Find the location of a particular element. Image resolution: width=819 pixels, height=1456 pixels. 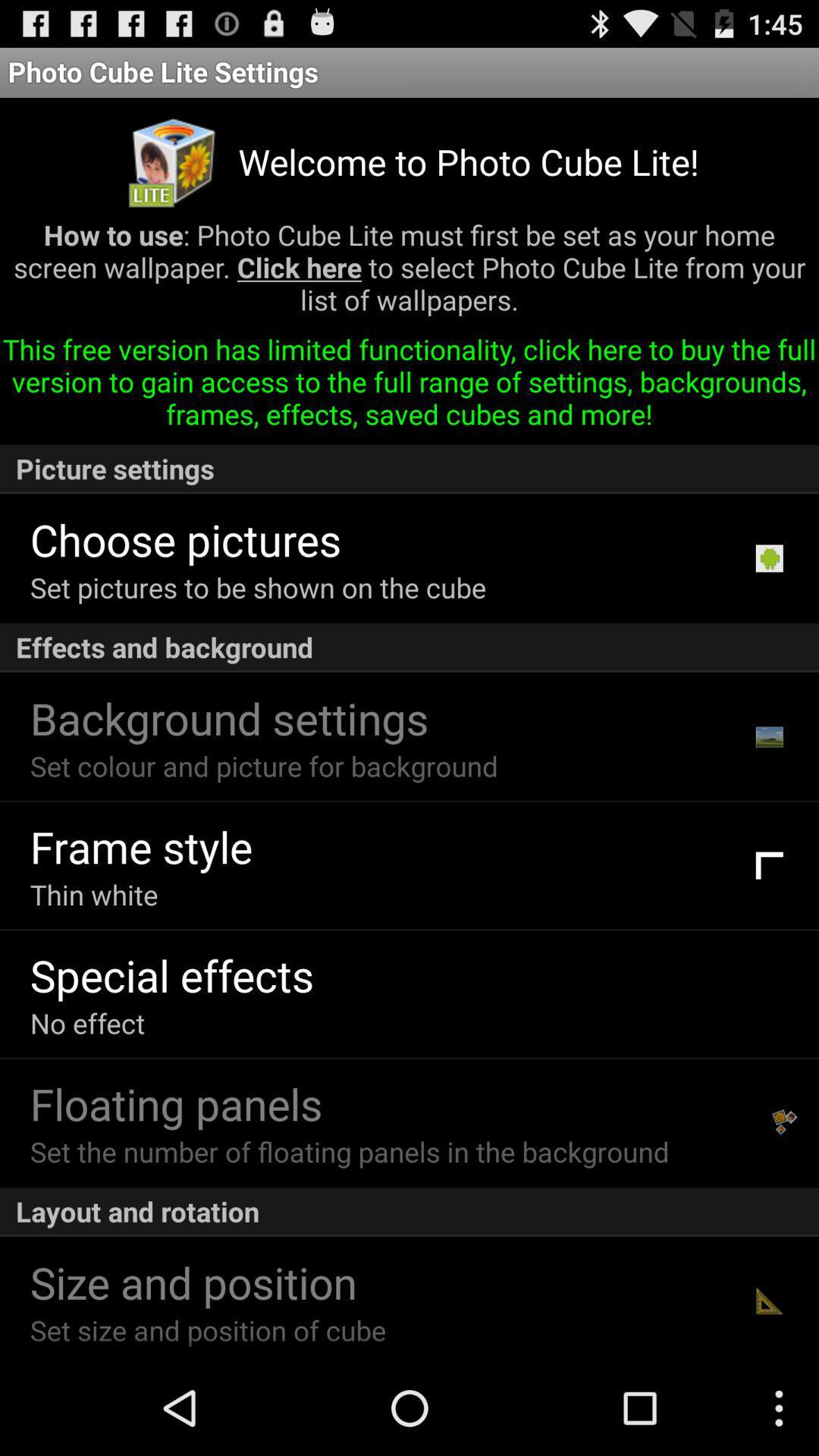

the how to use app is located at coordinates (409, 273).